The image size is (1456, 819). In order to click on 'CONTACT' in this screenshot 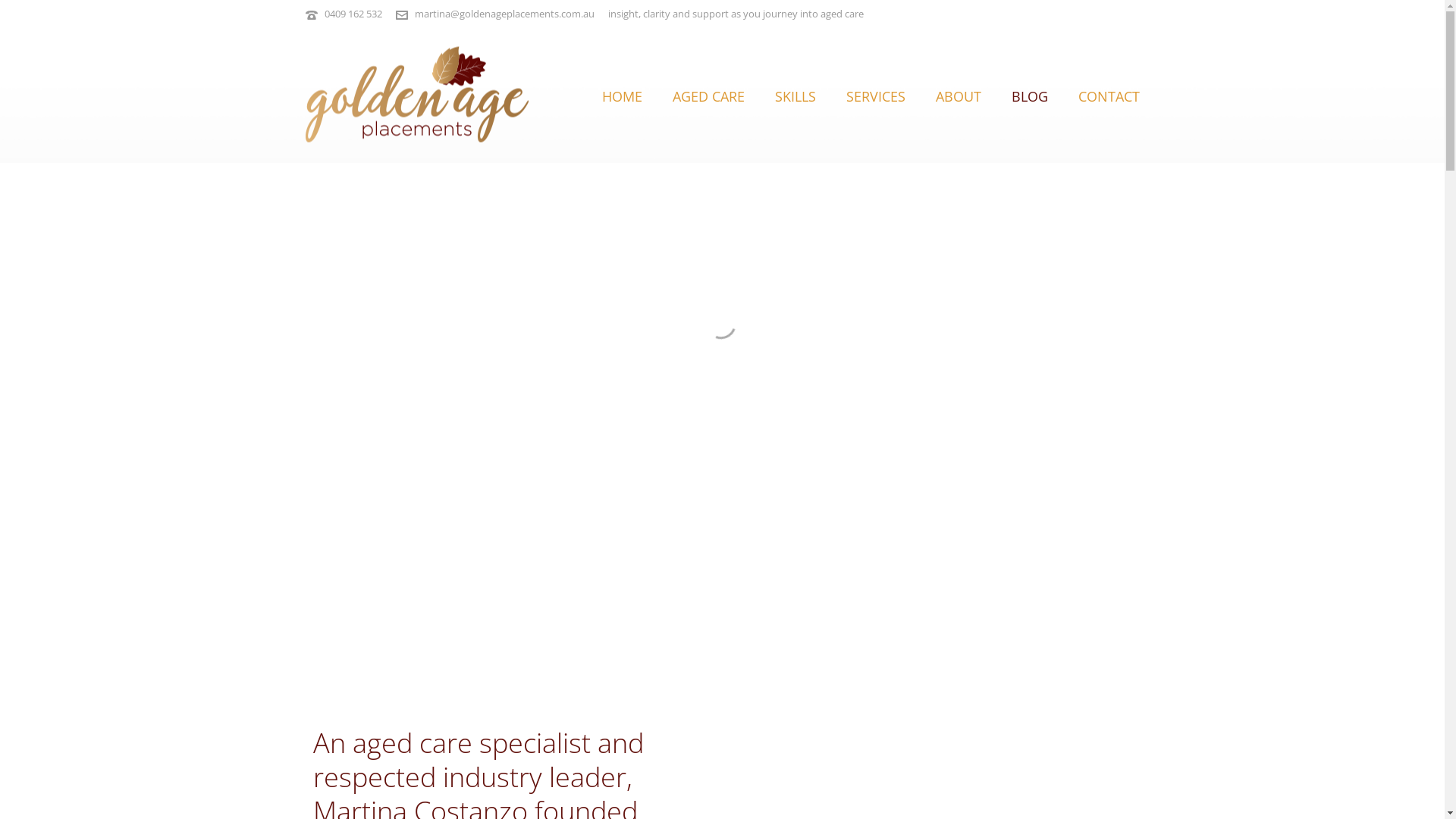, I will do `click(1109, 94)`.